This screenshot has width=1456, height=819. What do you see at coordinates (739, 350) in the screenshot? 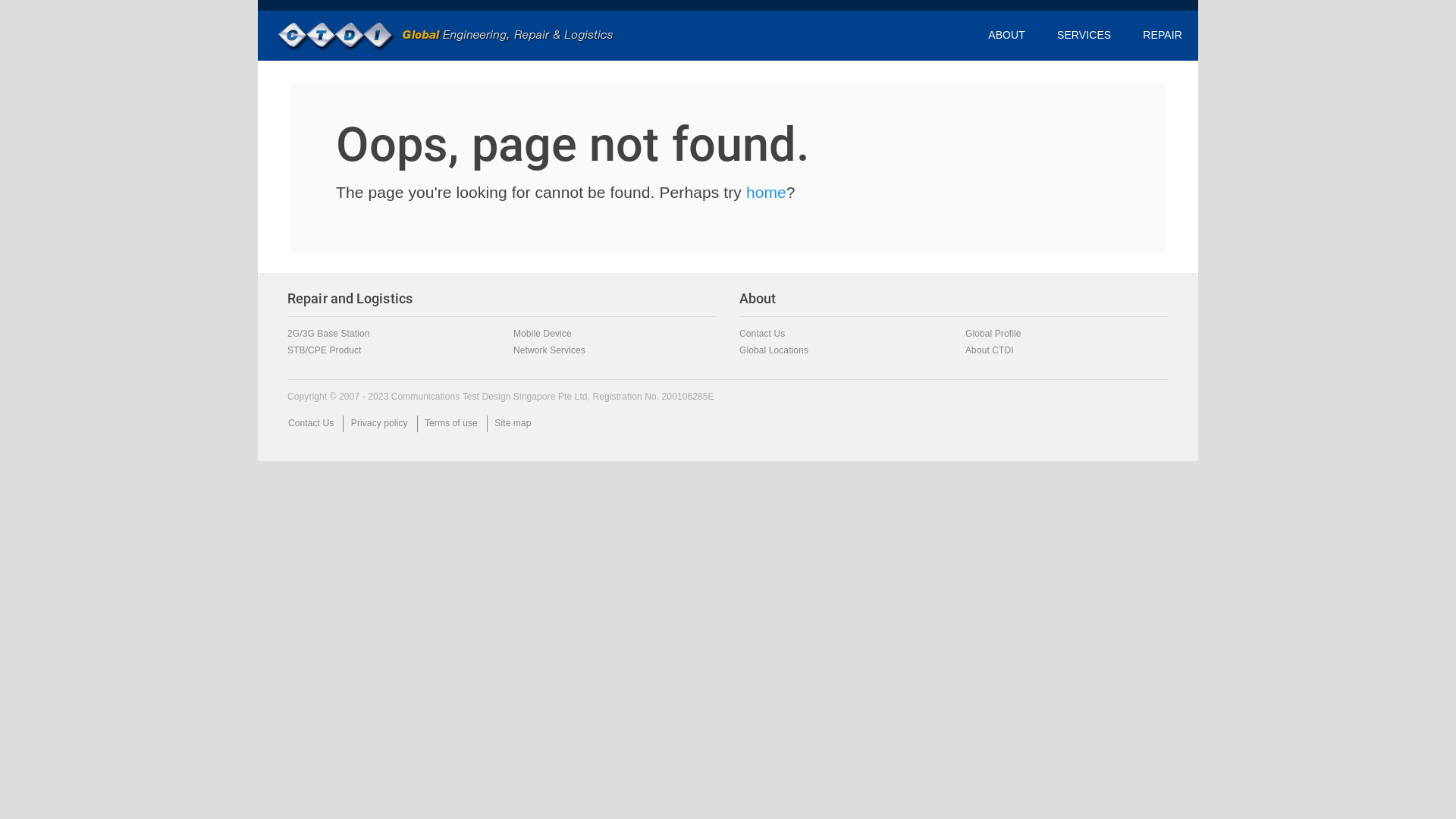
I see `'Global Locations'` at bounding box center [739, 350].